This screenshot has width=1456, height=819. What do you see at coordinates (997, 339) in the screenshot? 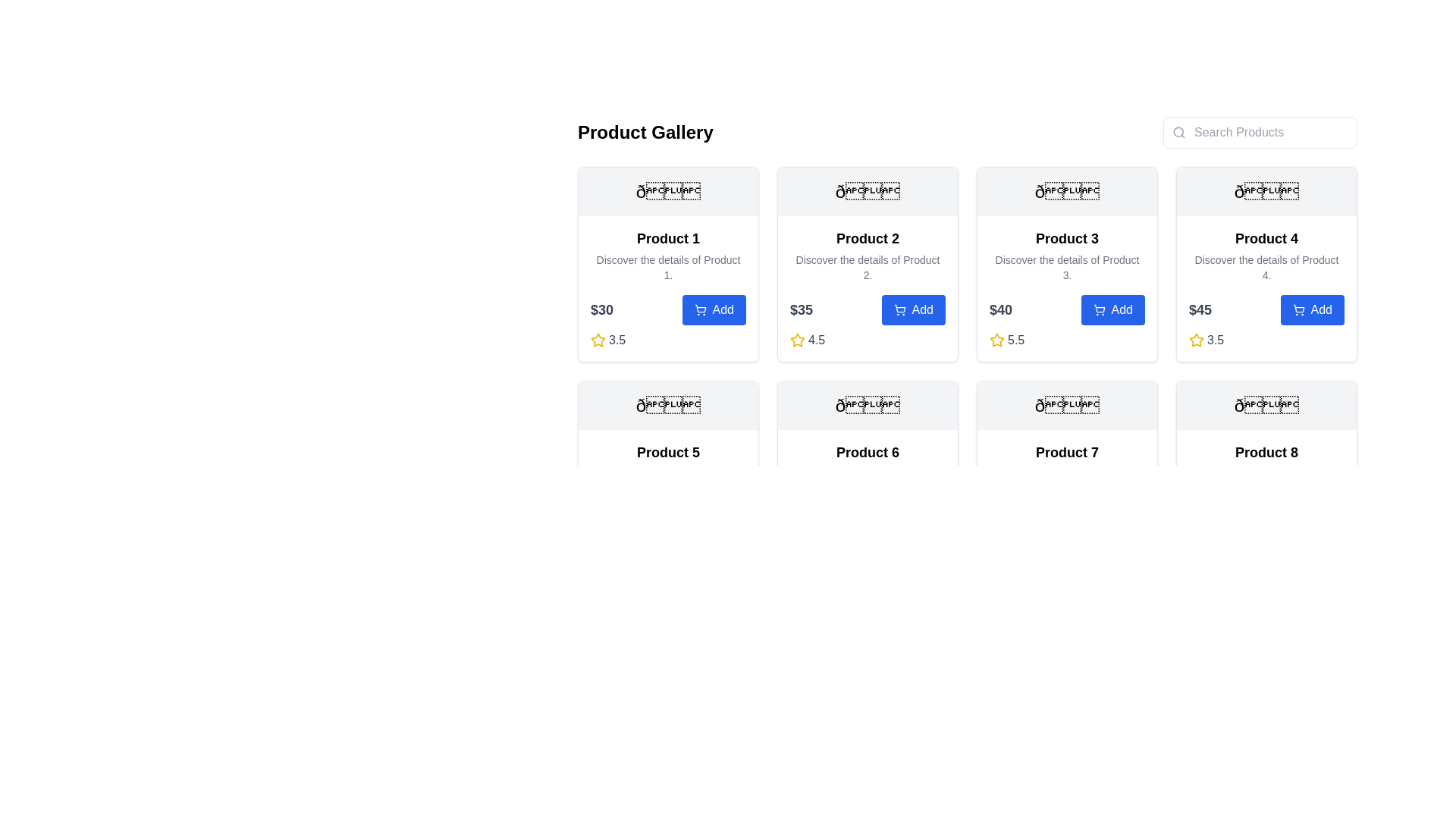
I see `the yellow star icon, which is part of the rating system for 'Product 3', located to the left of the rating text '5.5'` at bounding box center [997, 339].